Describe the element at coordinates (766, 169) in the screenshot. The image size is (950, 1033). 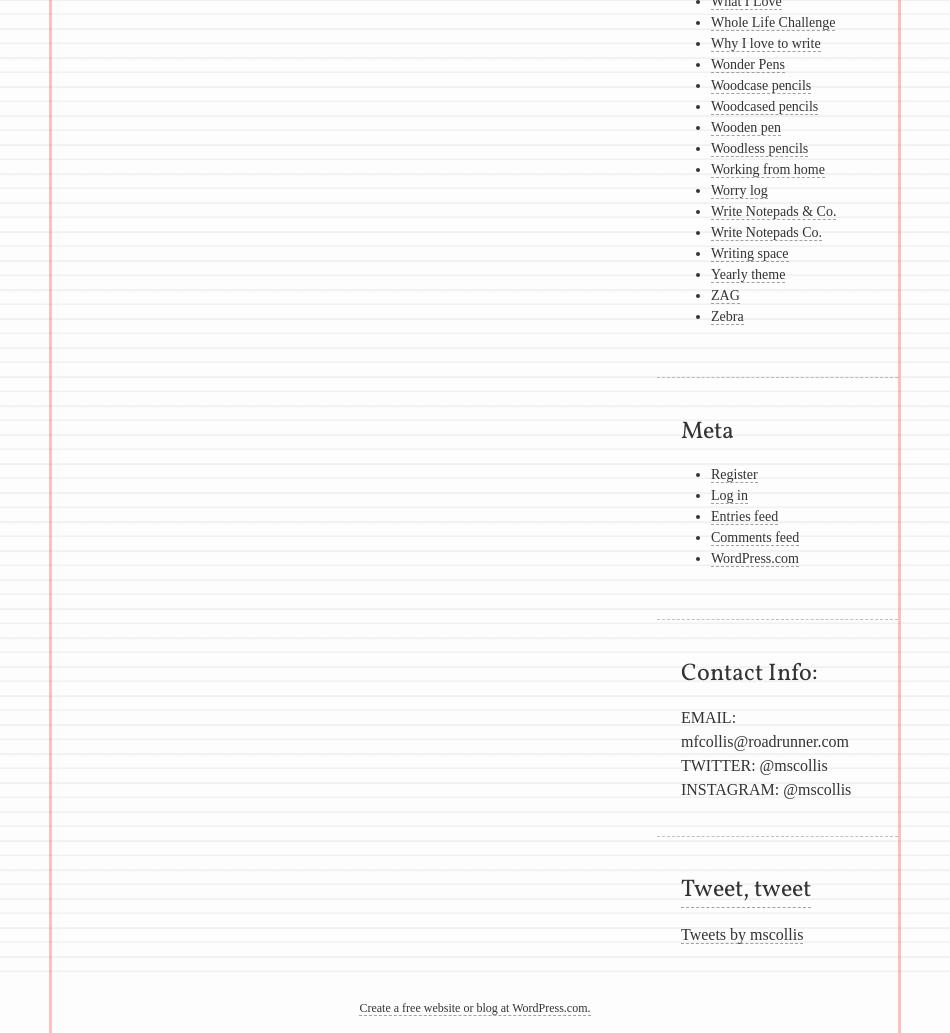
I see `'Working from home'` at that location.